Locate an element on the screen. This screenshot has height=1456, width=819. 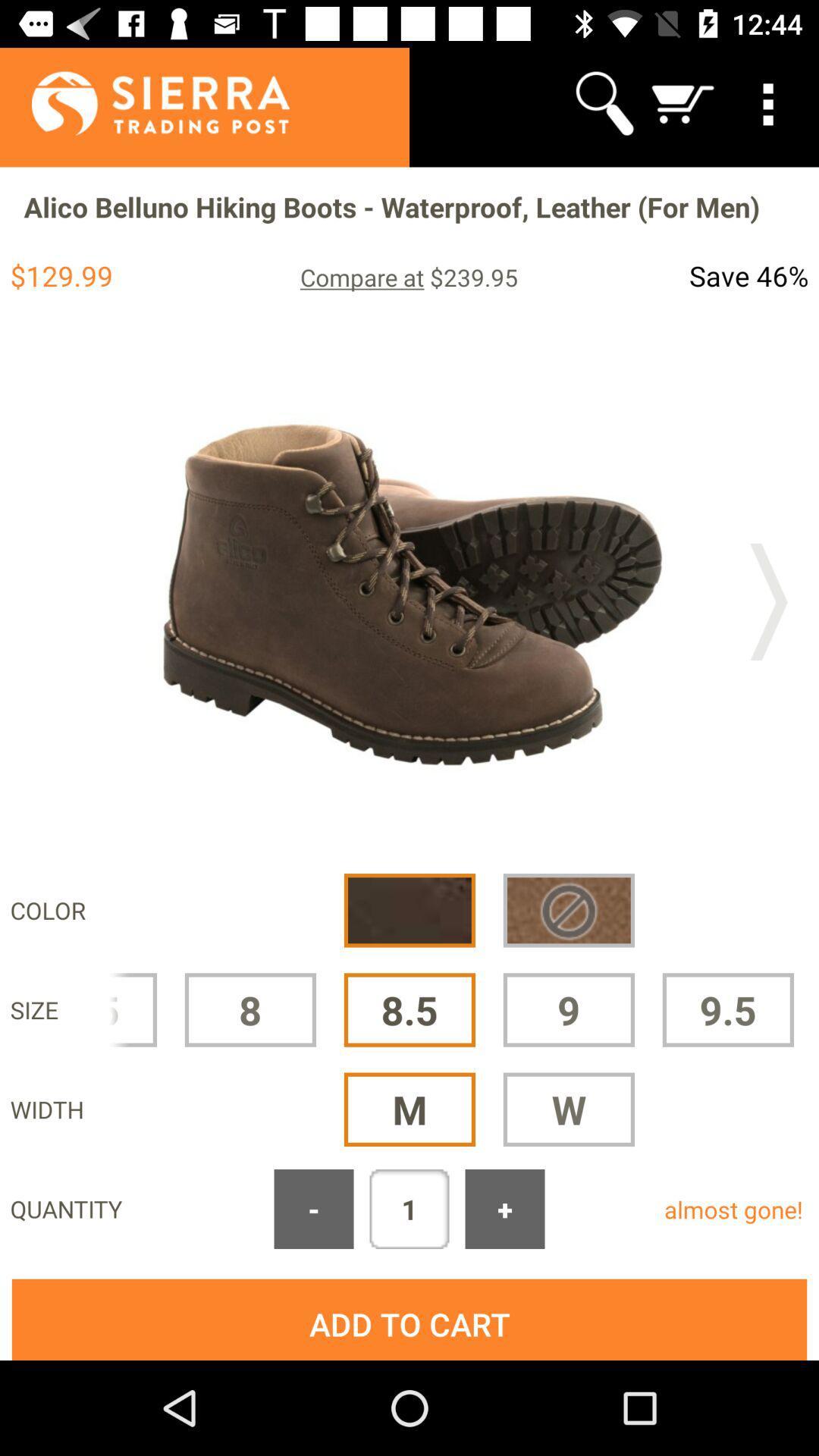
icon above the alico belluno hiking app is located at coordinates (603, 102).